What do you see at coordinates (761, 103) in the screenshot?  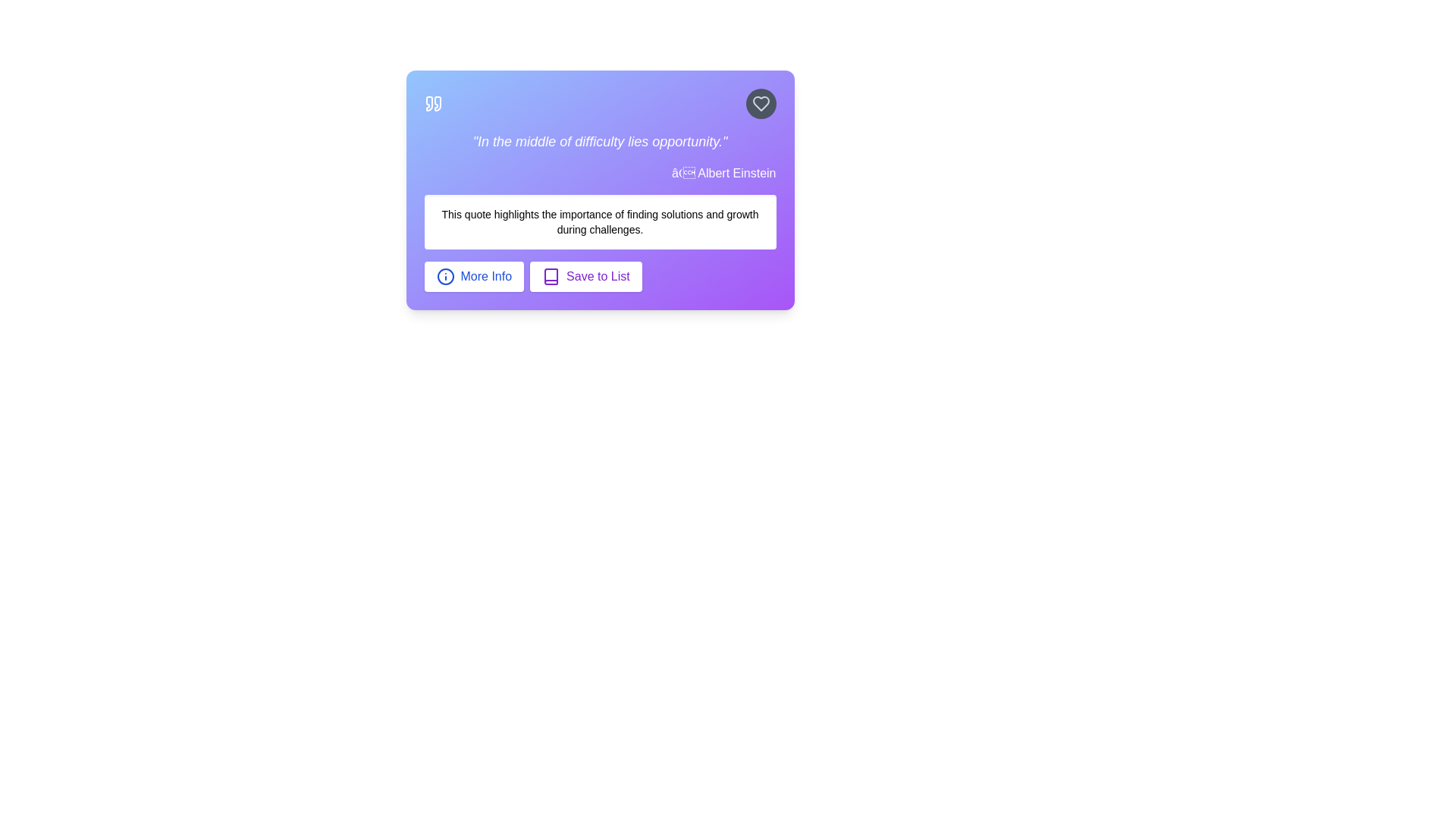 I see `the heart-shaped icon in the top-right corner of the card` at bounding box center [761, 103].